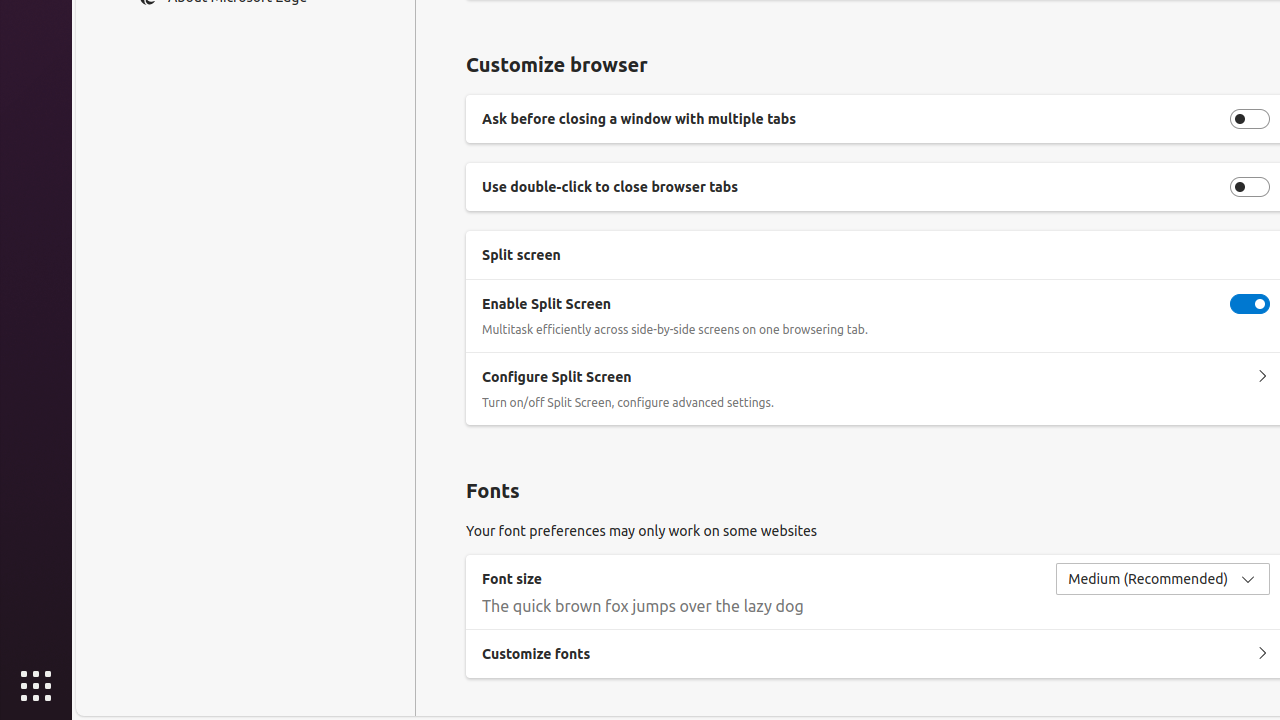 The height and width of the screenshot is (720, 1280). I want to click on 'Enable Split Screen', so click(1249, 303).